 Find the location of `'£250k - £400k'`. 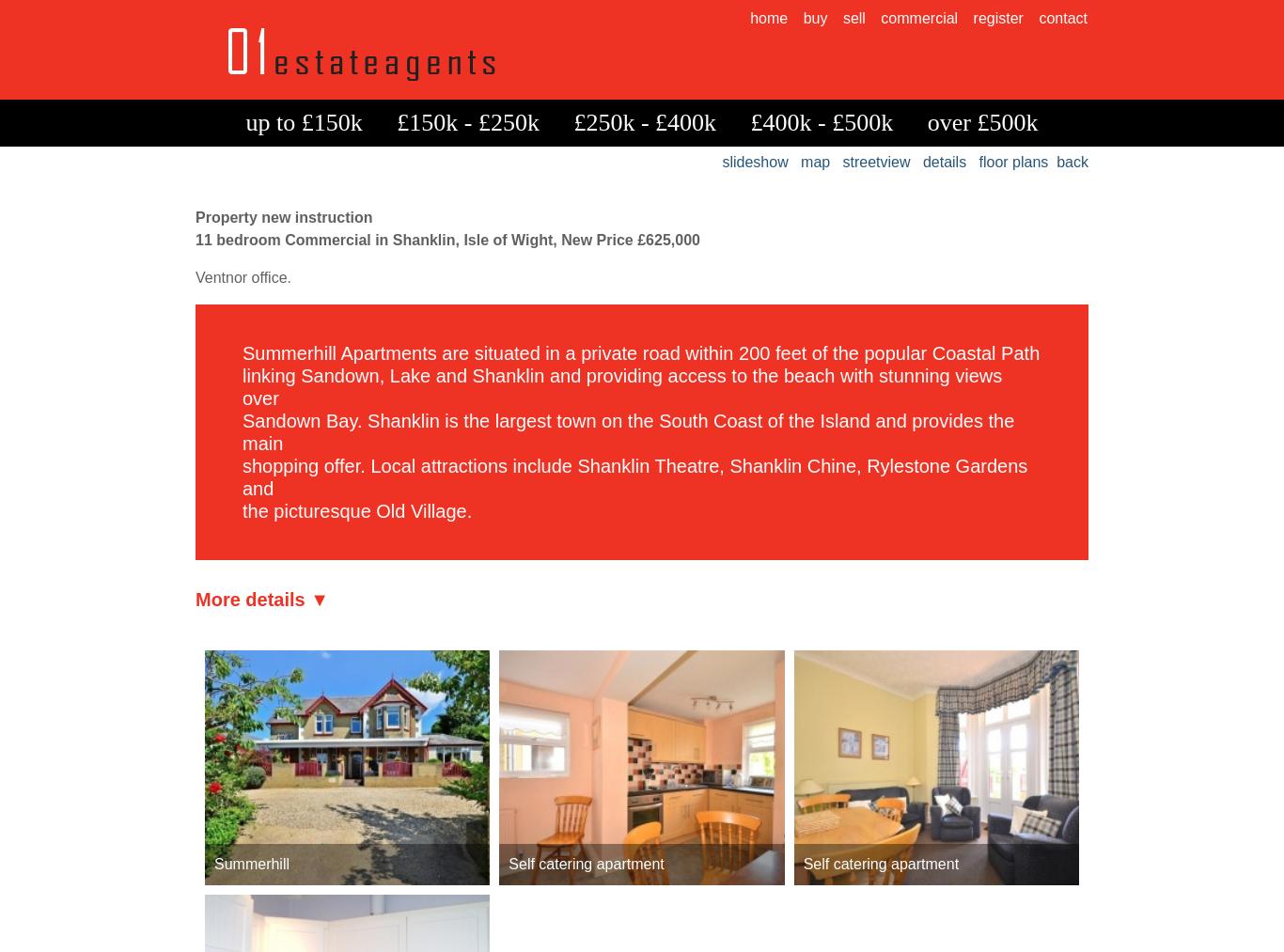

'£250k - £400k' is located at coordinates (645, 122).